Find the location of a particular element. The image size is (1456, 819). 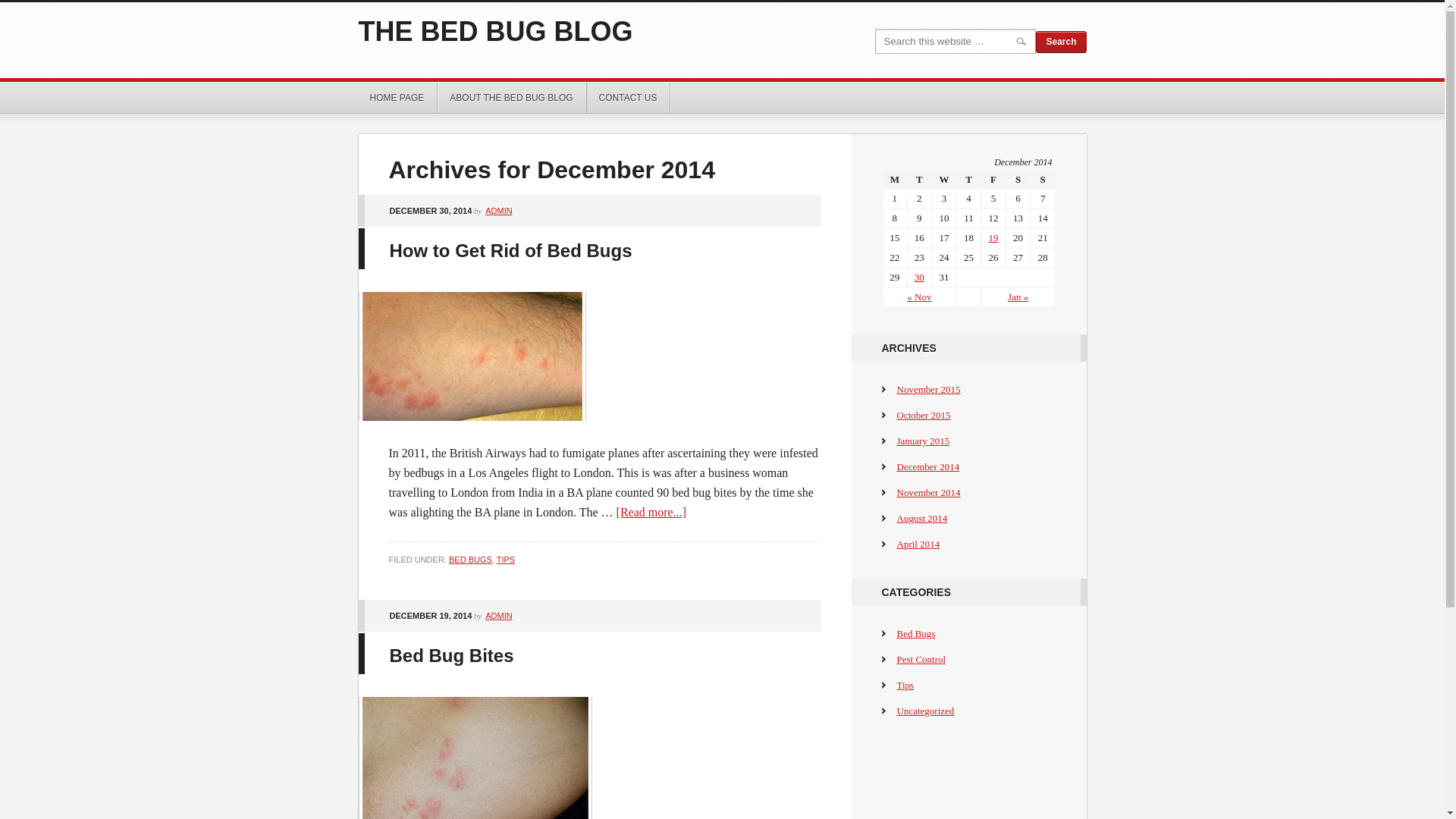

'August 2014' is located at coordinates (921, 517).